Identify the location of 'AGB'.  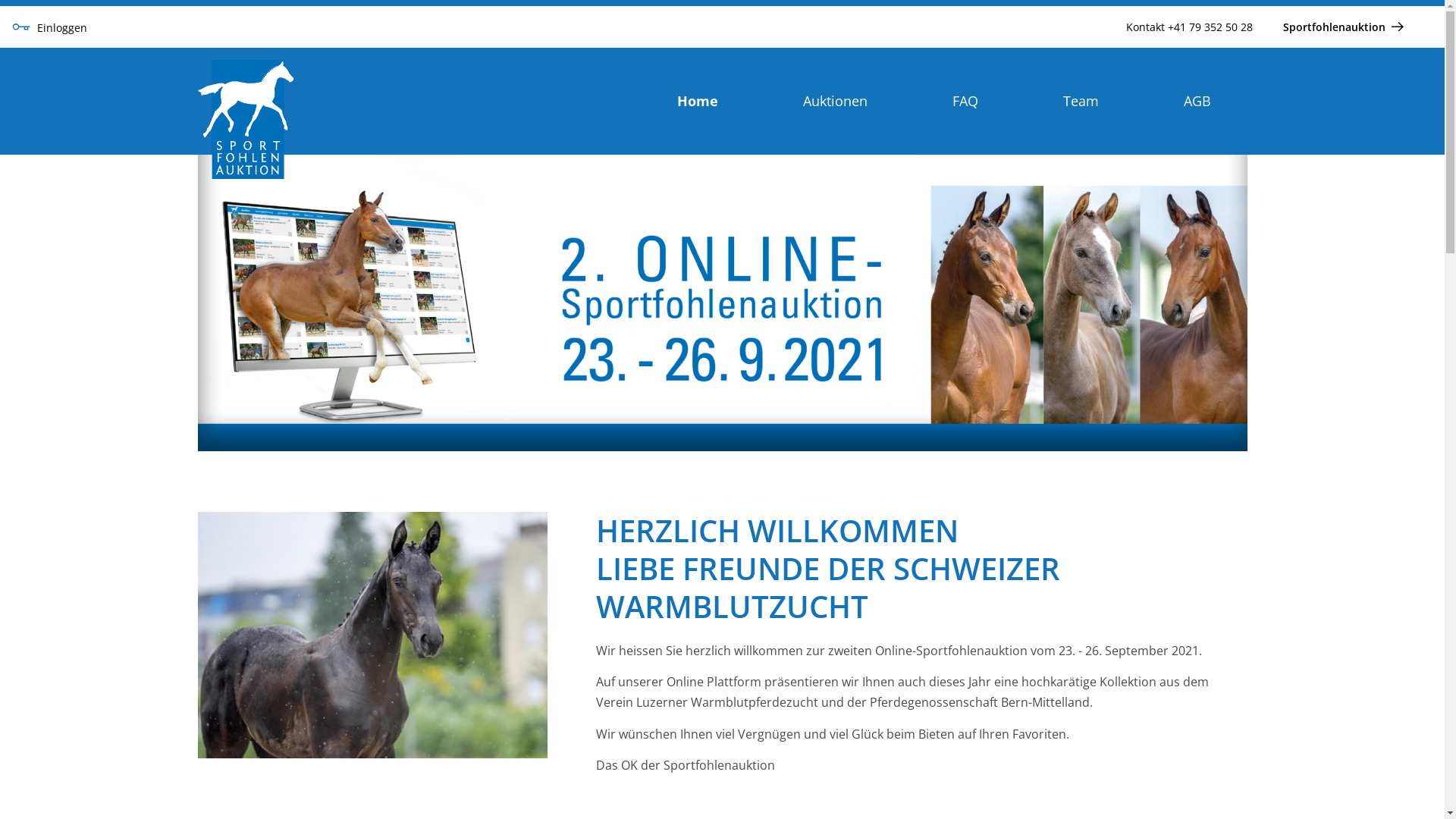
(1196, 100).